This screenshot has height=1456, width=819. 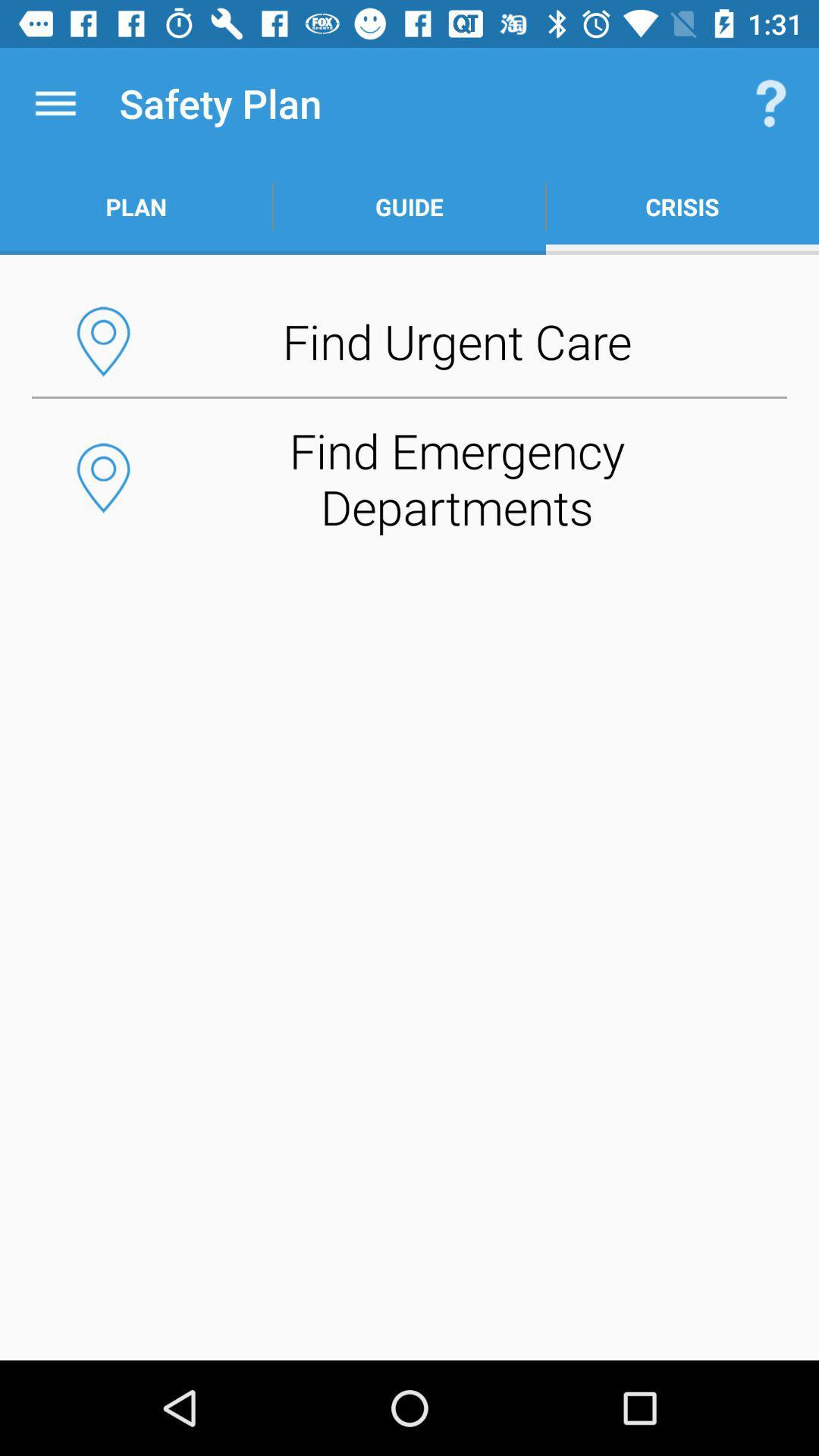 I want to click on the button above the find urgent care, so click(x=409, y=206).